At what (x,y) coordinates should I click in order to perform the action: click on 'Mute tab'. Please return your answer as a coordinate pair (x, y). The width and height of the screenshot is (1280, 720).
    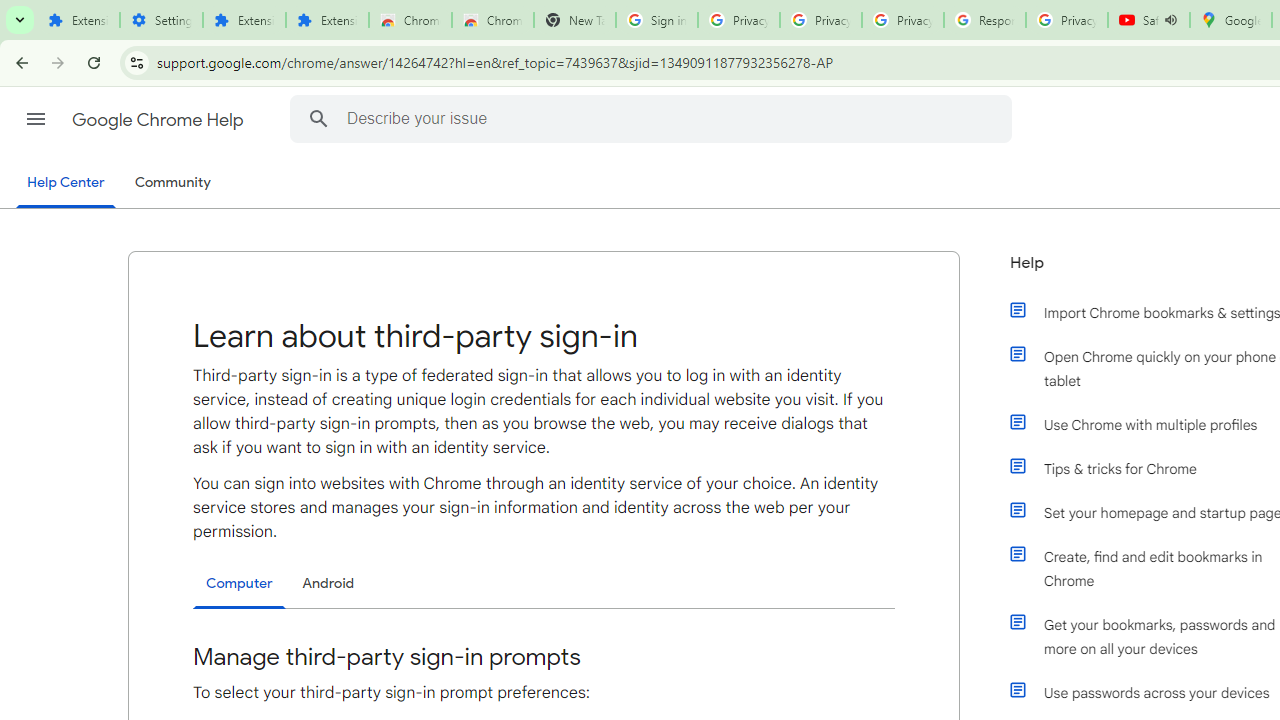
    Looking at the image, I should click on (1171, 20).